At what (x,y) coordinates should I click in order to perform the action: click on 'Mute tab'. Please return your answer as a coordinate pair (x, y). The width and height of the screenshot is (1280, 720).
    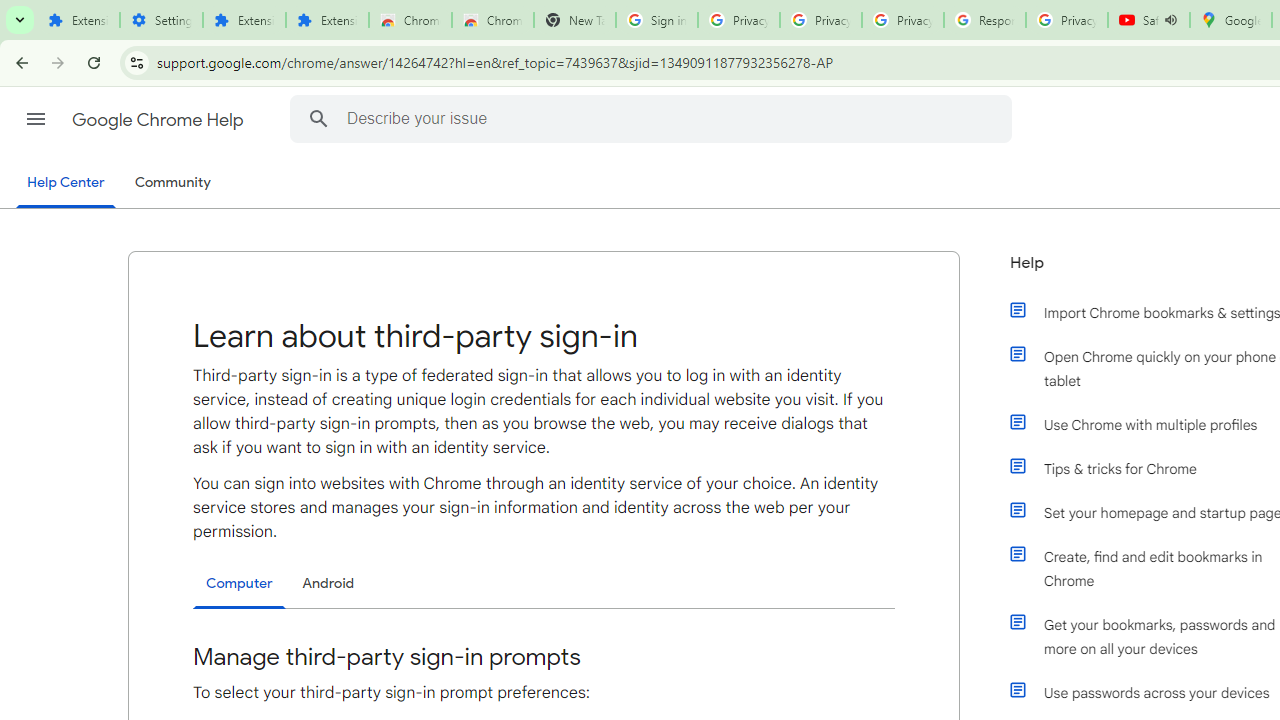
    Looking at the image, I should click on (1171, 20).